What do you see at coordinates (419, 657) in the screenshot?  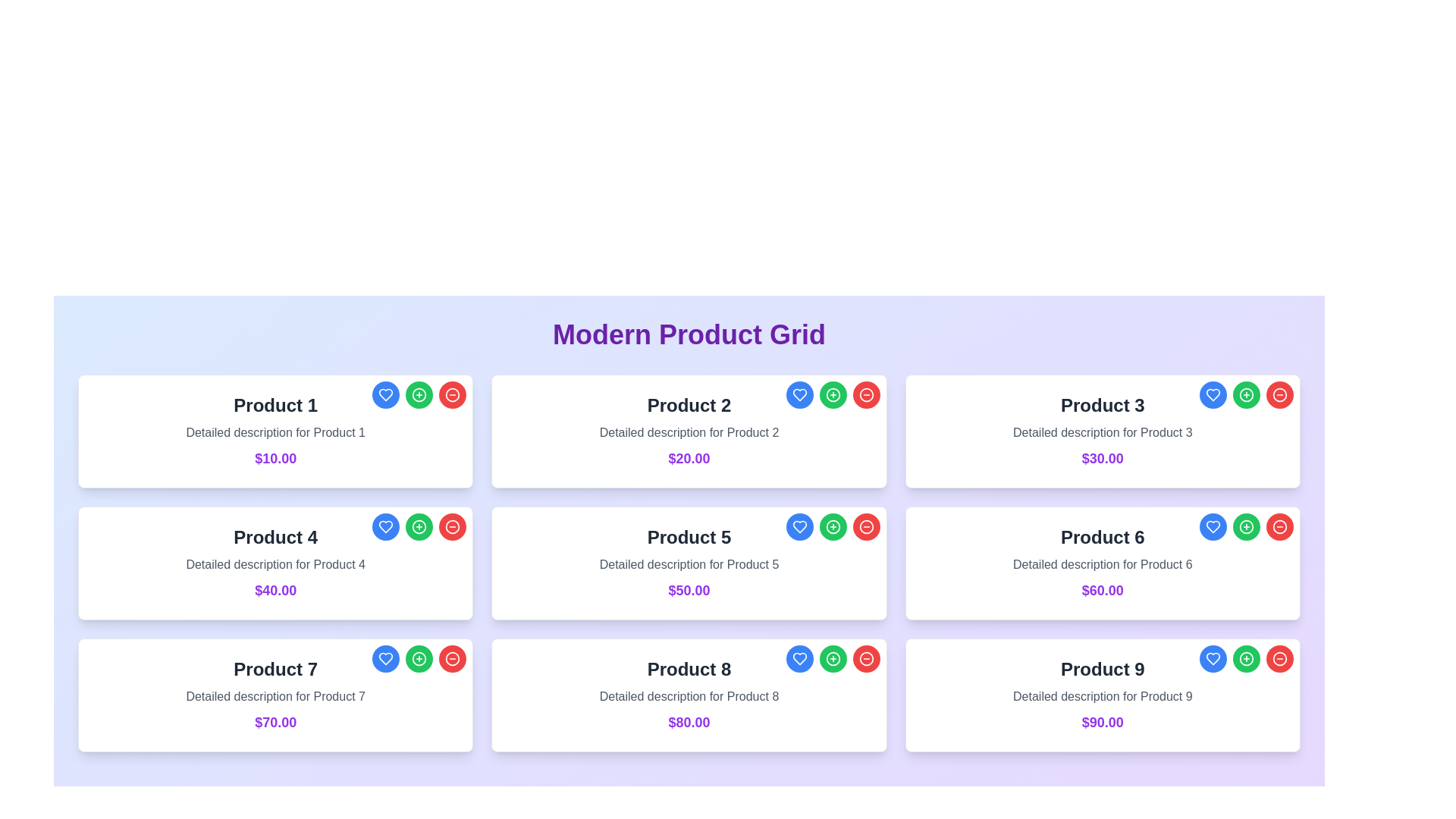 I see `the button that adds 'Product 7' to the shopping cart or wishlist` at bounding box center [419, 657].